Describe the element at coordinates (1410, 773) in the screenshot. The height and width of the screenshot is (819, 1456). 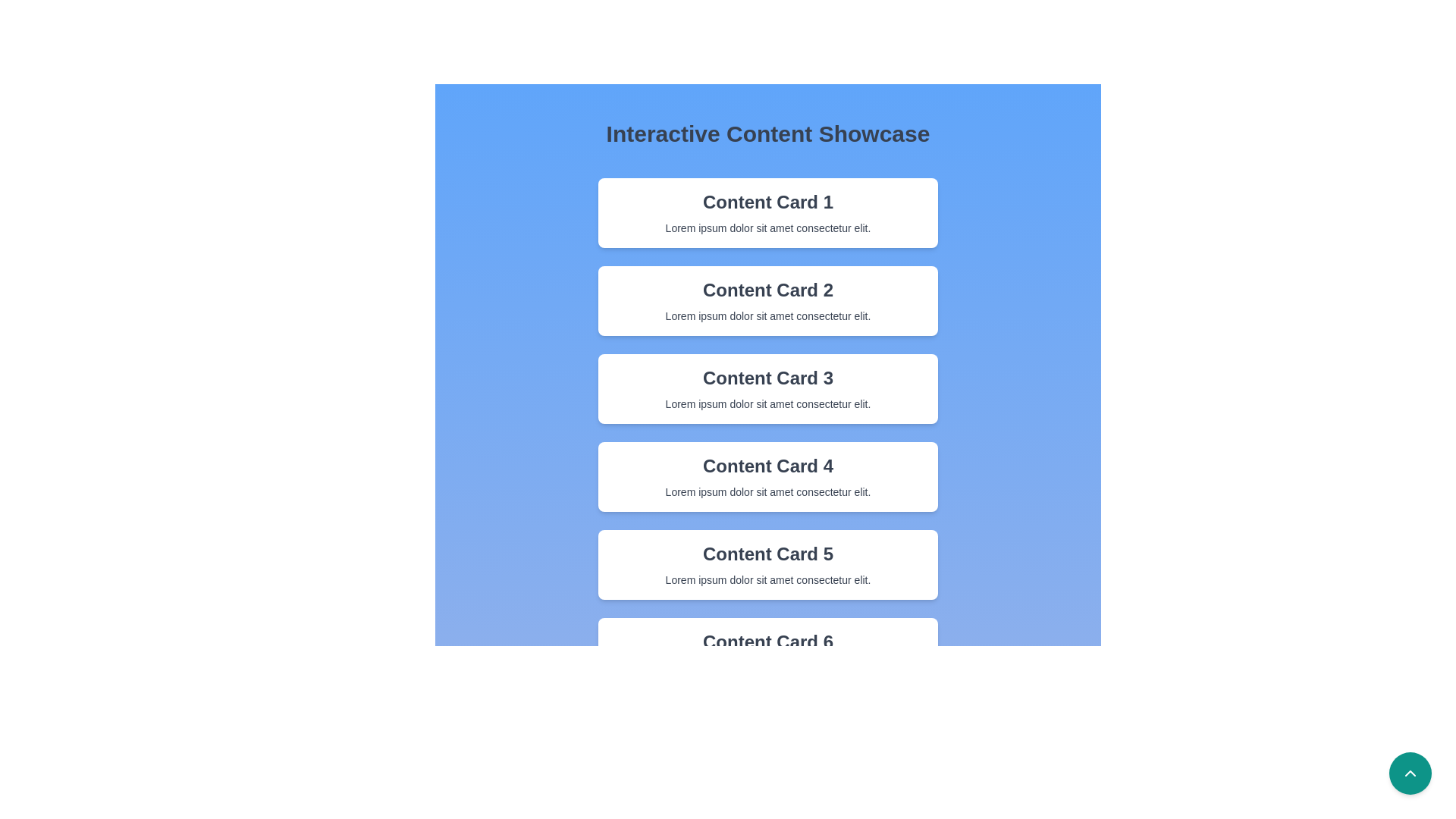
I see `the SVG chevron icon located at the bottom-right of the interface, which functions as an indicator for navigating upwards` at that location.